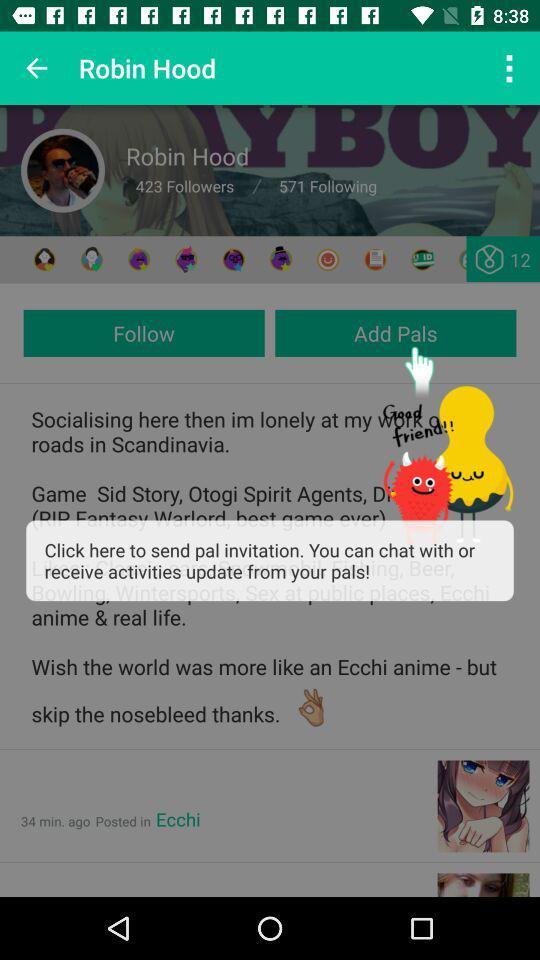 This screenshot has height=960, width=540. What do you see at coordinates (44, 258) in the screenshot?
I see `friend profile` at bounding box center [44, 258].